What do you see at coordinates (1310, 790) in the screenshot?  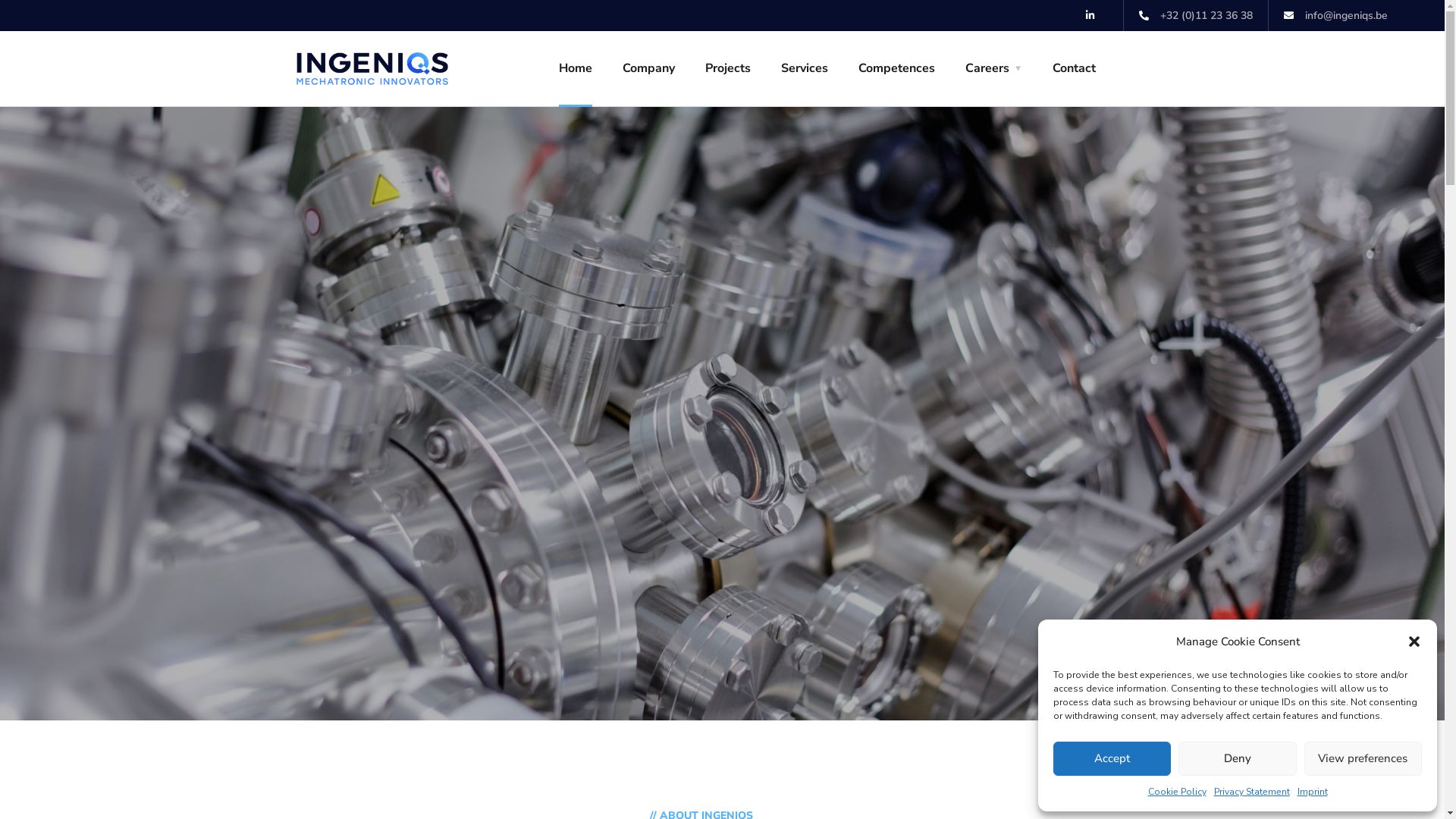 I see `'Imprint'` at bounding box center [1310, 790].